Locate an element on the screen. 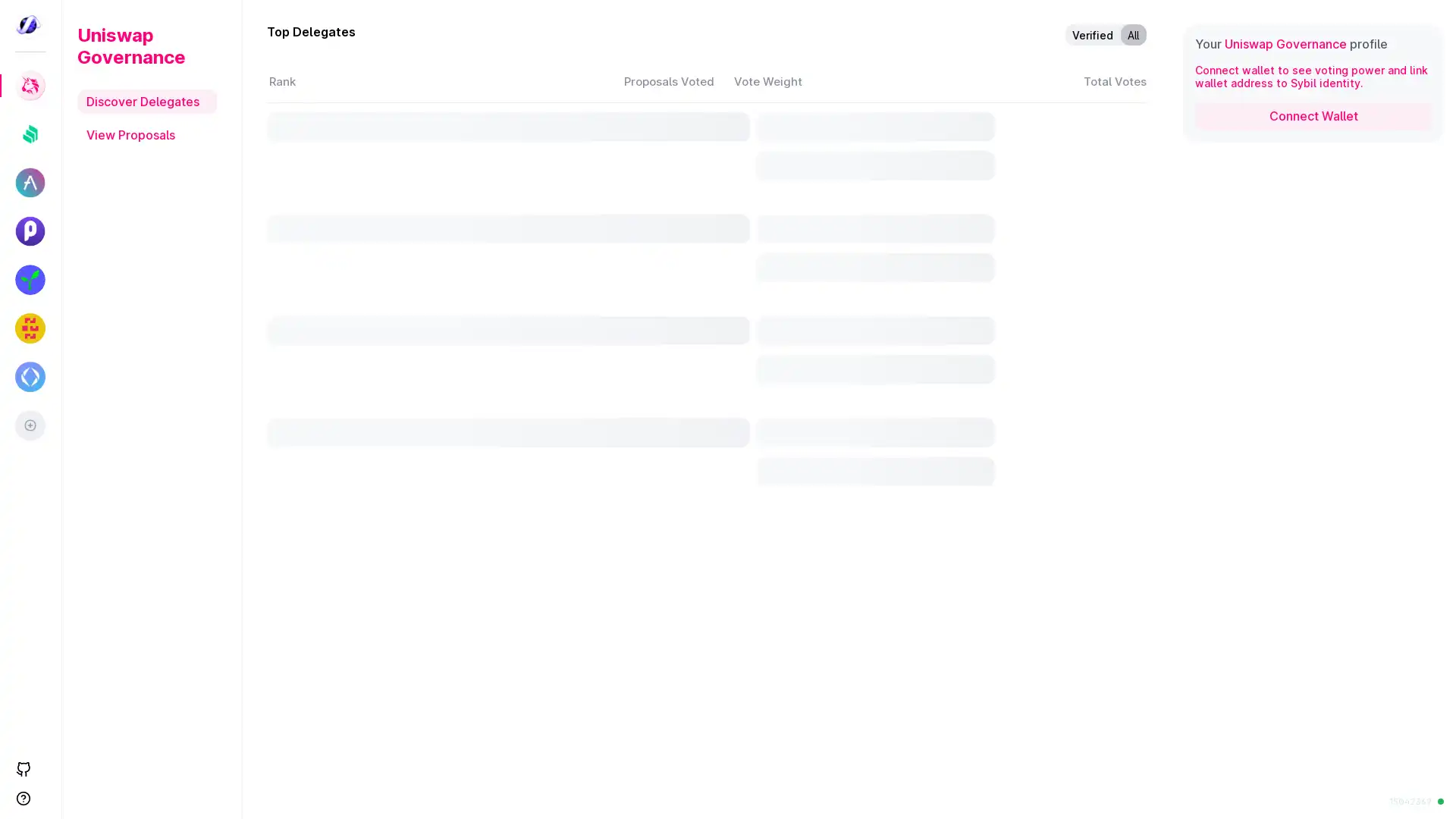 Image resolution: width=1456 pixels, height=819 pixels. Delegate is located at coordinates (1006, 751).